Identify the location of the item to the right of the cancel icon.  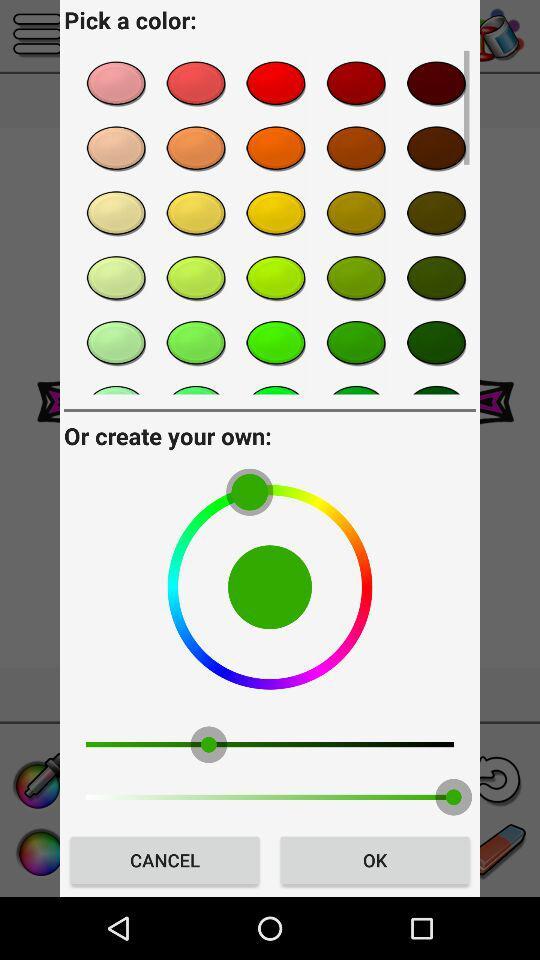
(374, 859).